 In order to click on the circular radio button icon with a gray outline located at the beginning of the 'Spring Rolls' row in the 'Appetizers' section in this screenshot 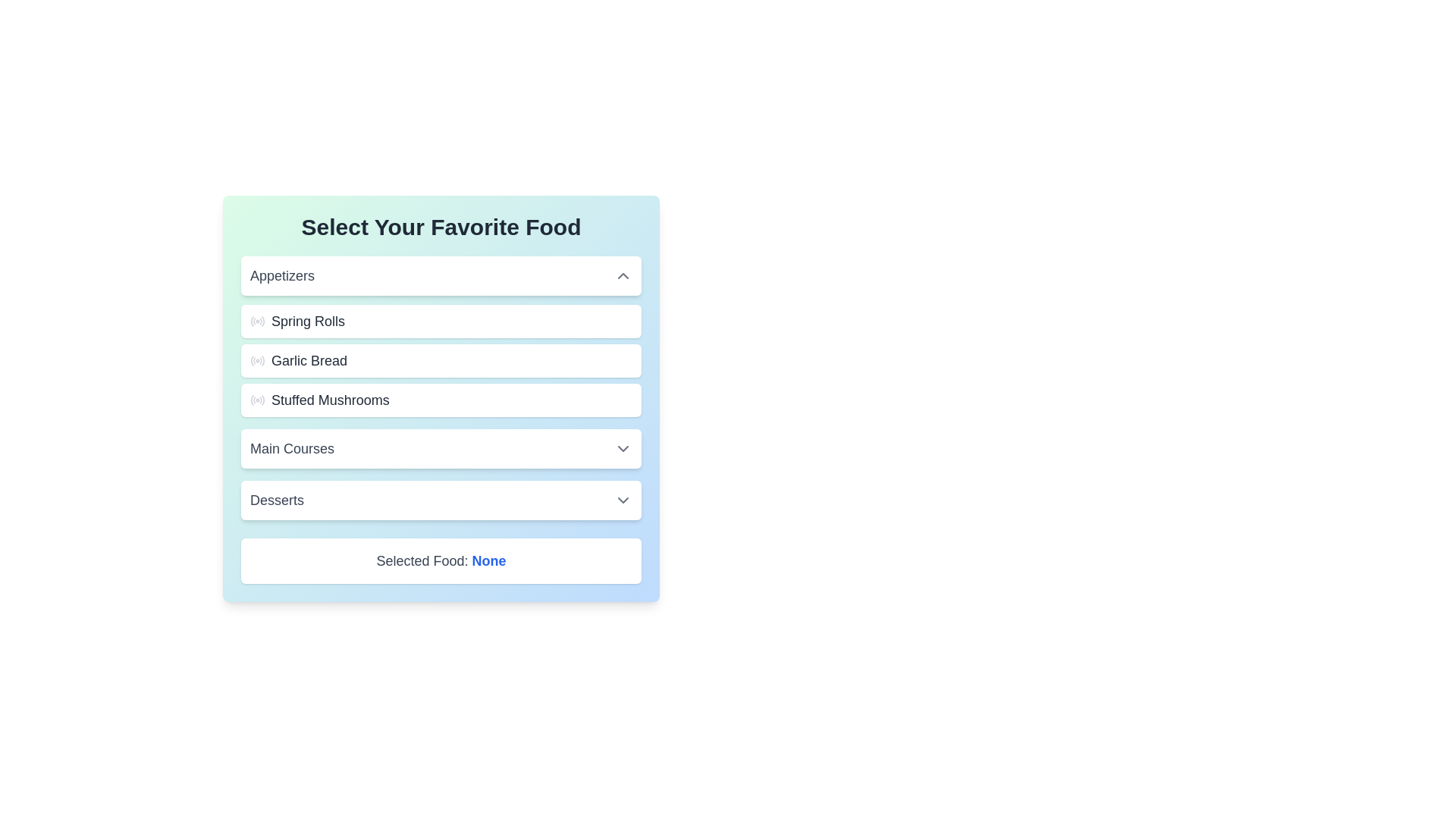, I will do `click(258, 321)`.